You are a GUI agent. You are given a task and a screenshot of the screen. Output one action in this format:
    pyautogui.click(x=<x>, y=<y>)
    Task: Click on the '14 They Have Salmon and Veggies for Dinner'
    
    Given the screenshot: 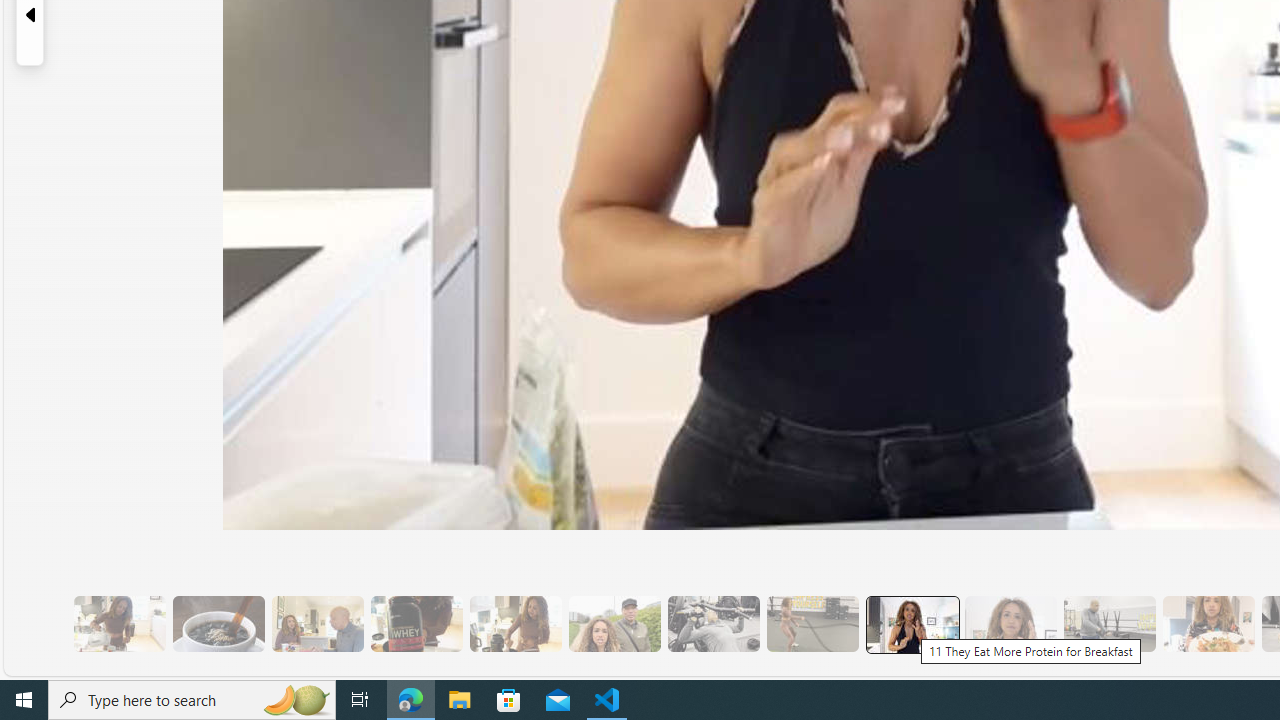 What is the action you would take?
    pyautogui.click(x=1207, y=623)
    